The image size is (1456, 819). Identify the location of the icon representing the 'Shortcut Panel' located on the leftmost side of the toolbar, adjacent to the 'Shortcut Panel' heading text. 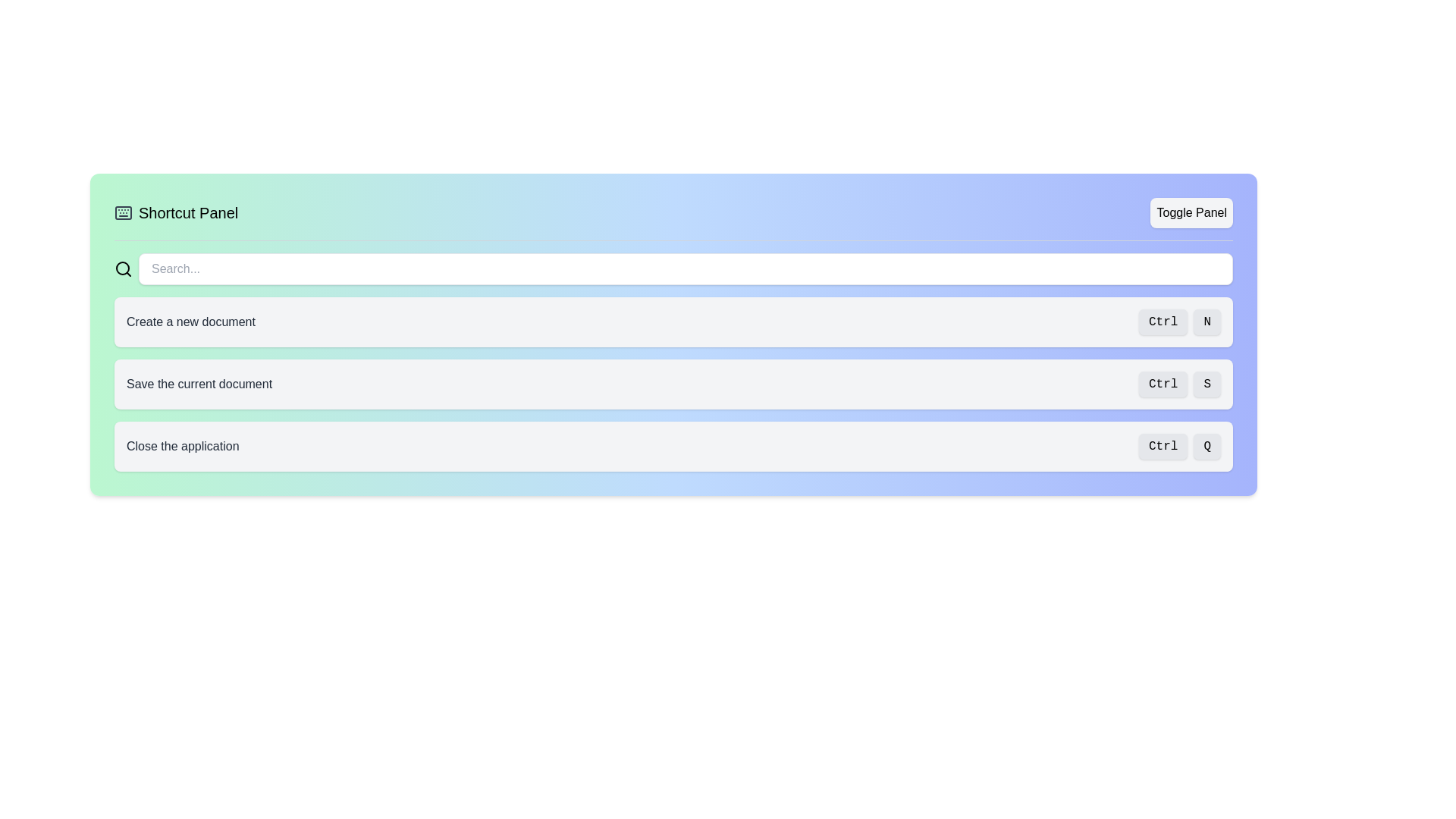
(124, 213).